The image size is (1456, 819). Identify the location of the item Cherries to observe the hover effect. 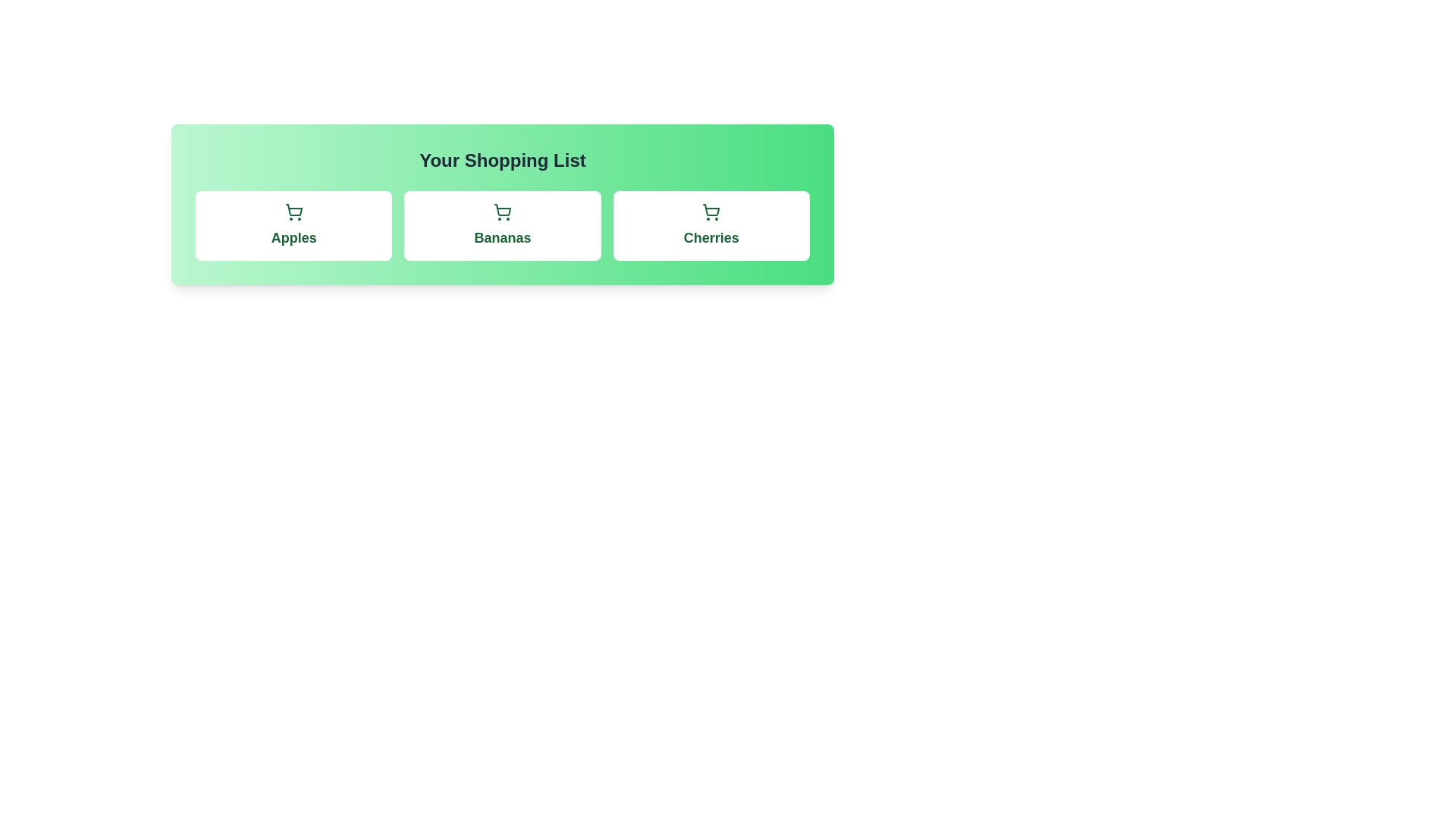
(711, 225).